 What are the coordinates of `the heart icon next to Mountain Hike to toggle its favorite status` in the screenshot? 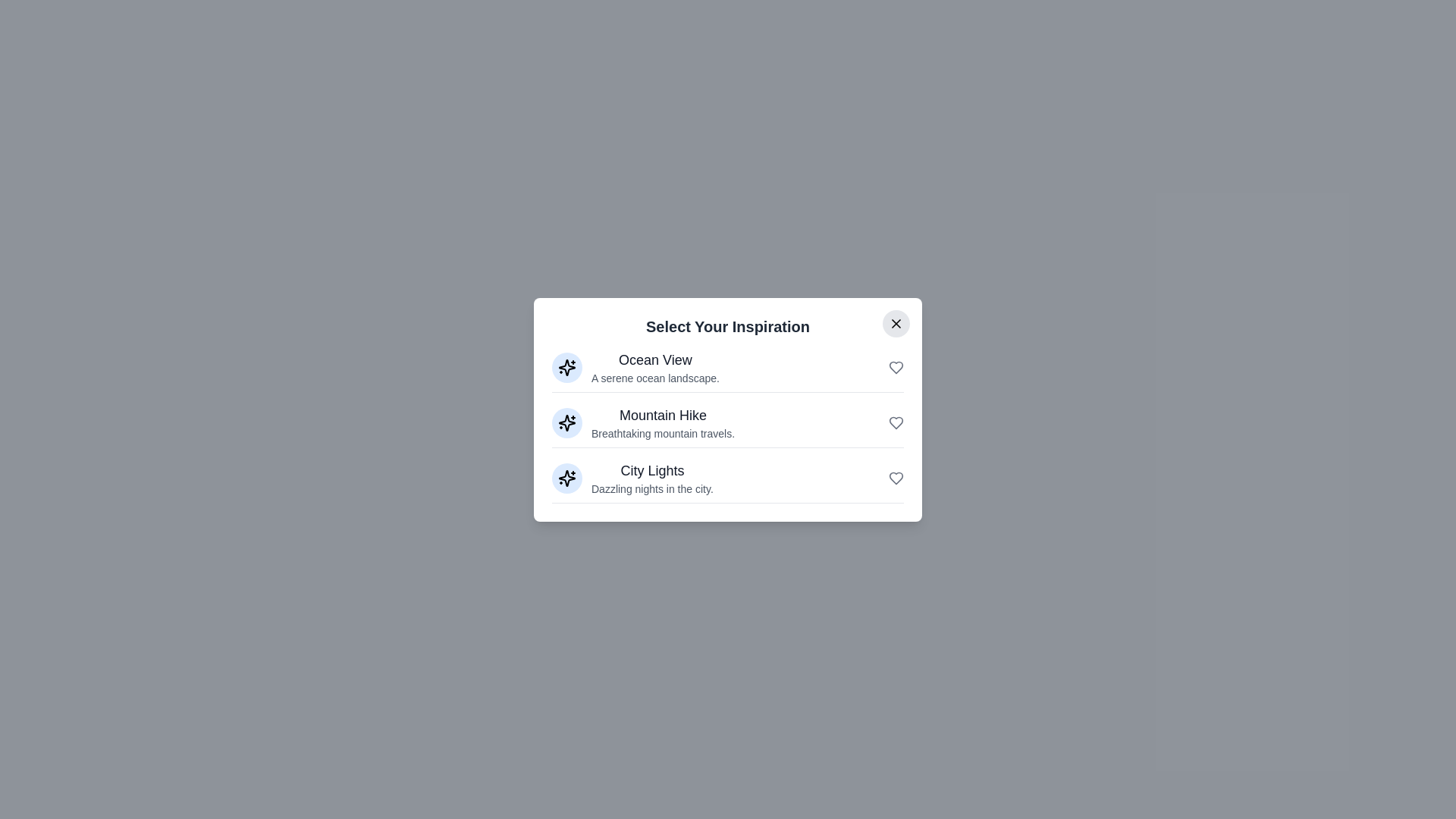 It's located at (896, 422).